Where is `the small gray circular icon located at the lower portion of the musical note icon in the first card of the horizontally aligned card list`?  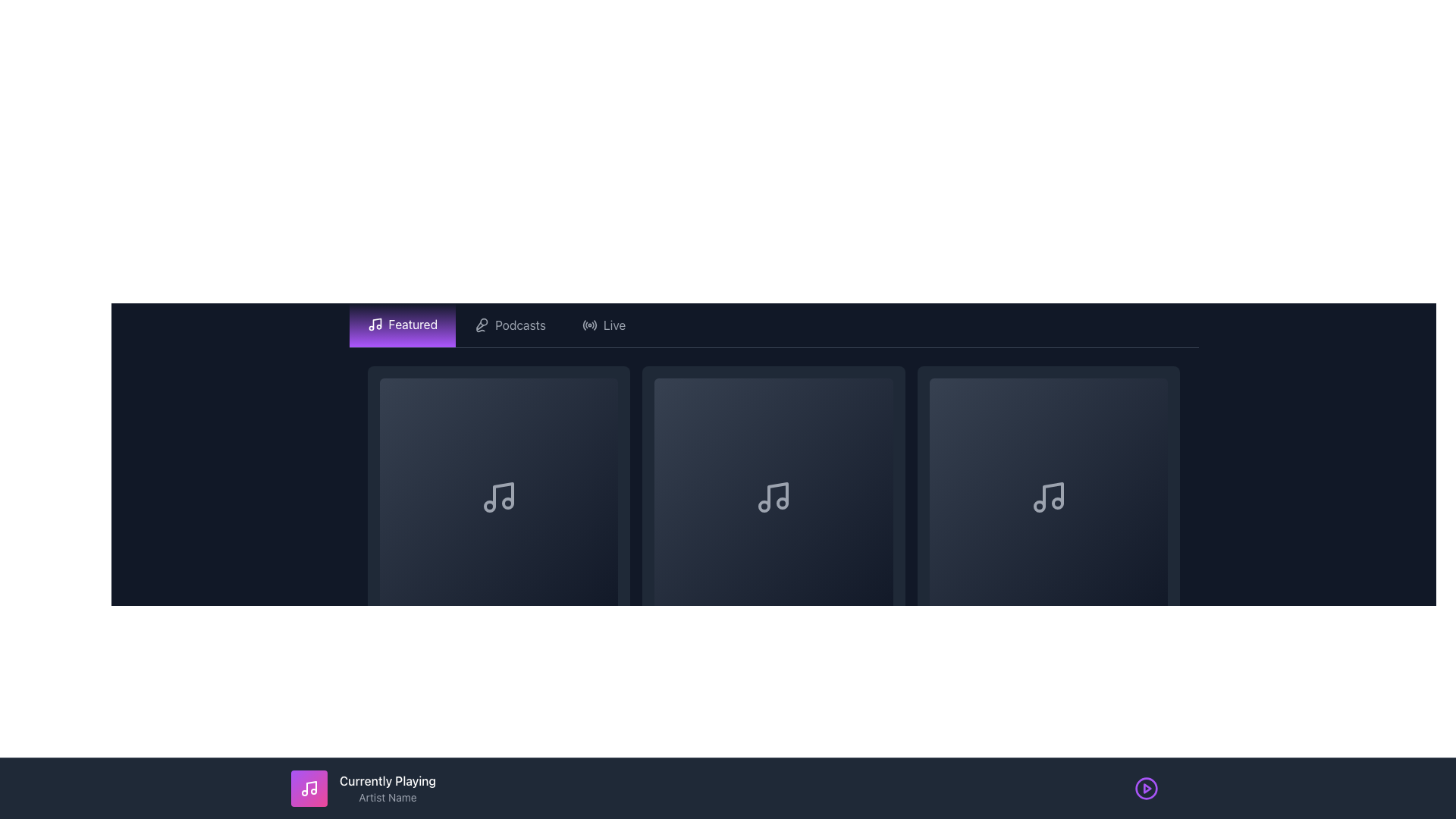
the small gray circular icon located at the lower portion of the musical note icon in the first card of the horizontally aligned card list is located at coordinates (507, 504).